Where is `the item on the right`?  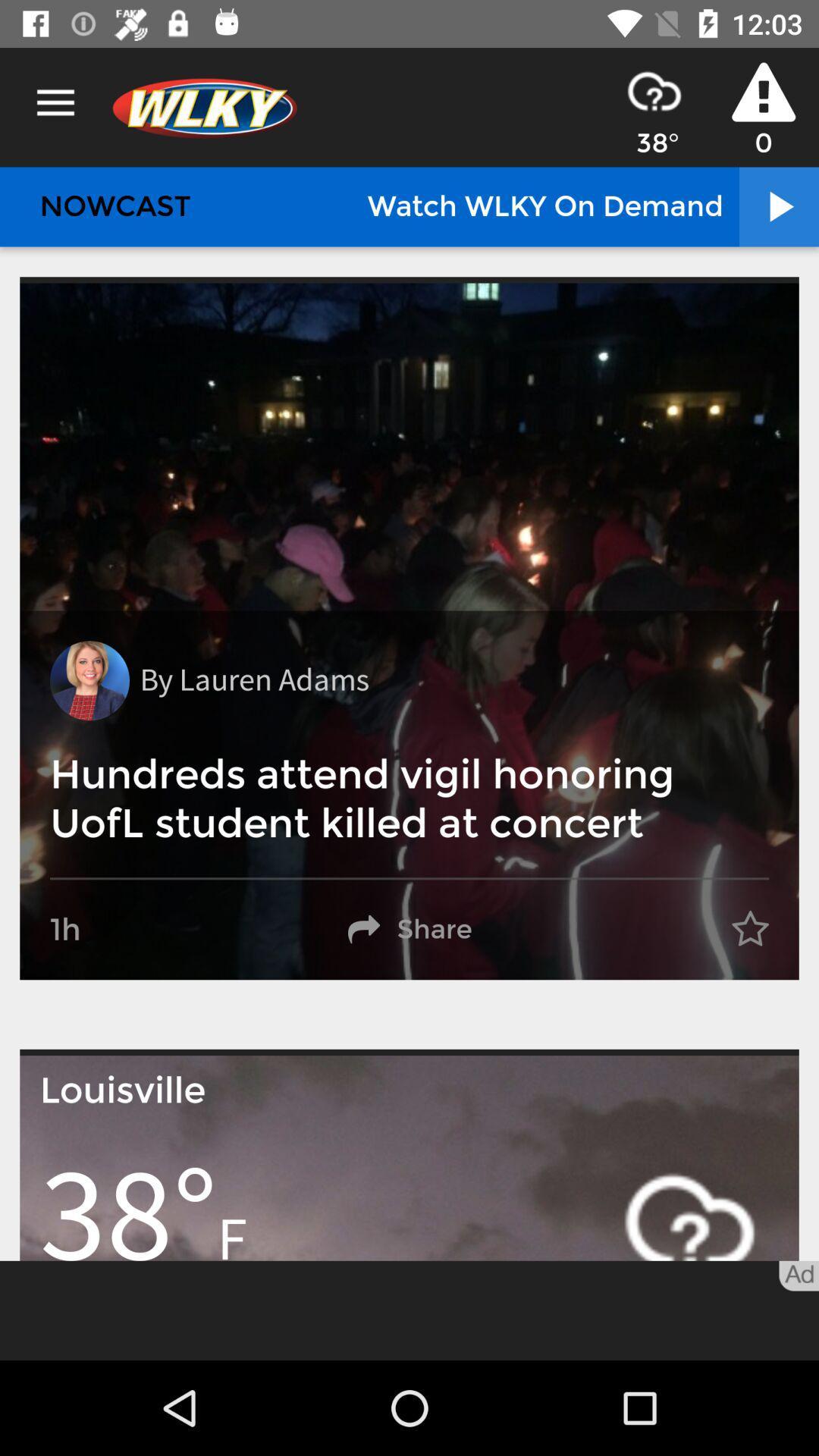 the item on the right is located at coordinates (749, 929).